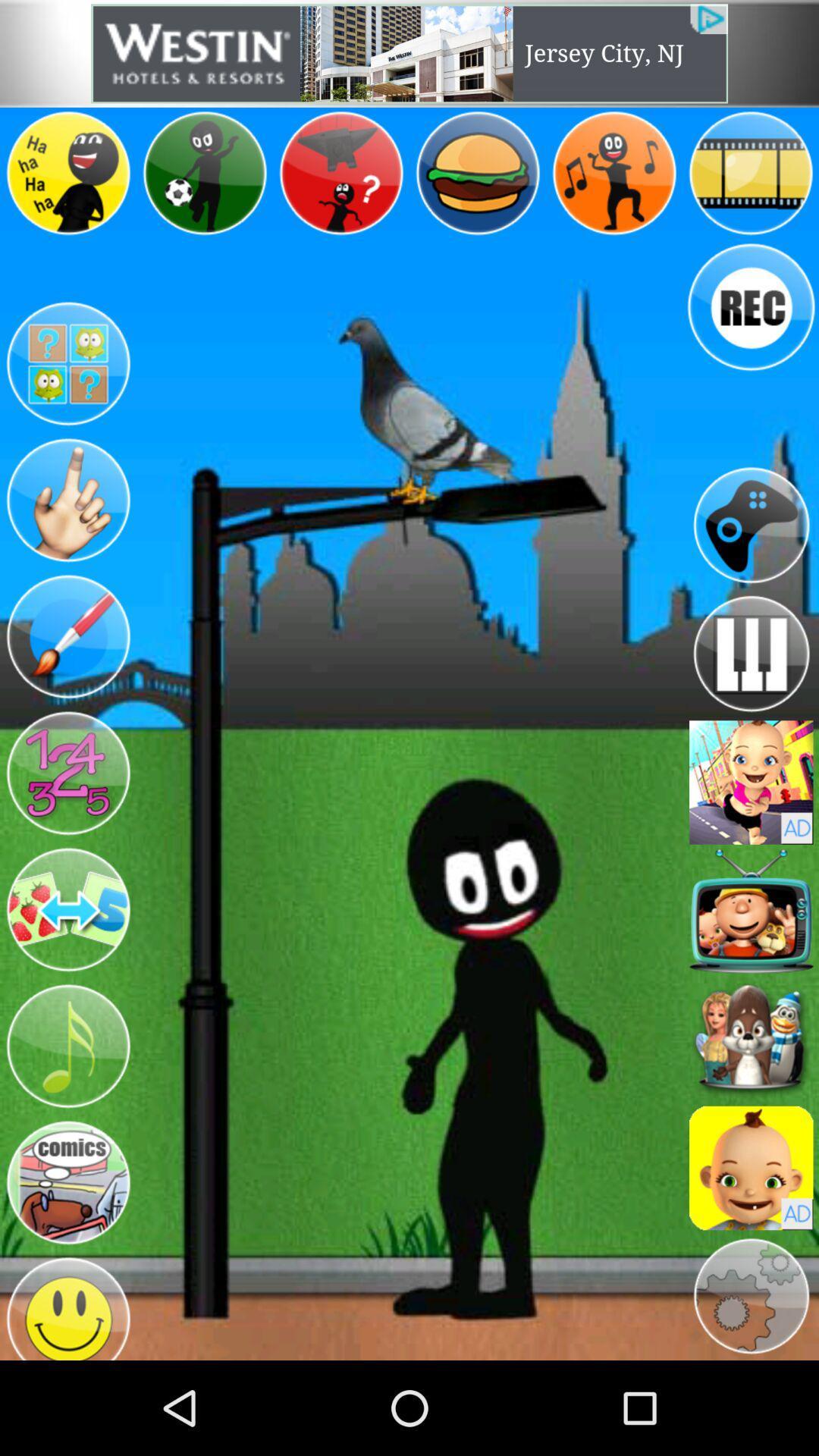  What do you see at coordinates (67, 1119) in the screenshot?
I see `the music icon` at bounding box center [67, 1119].